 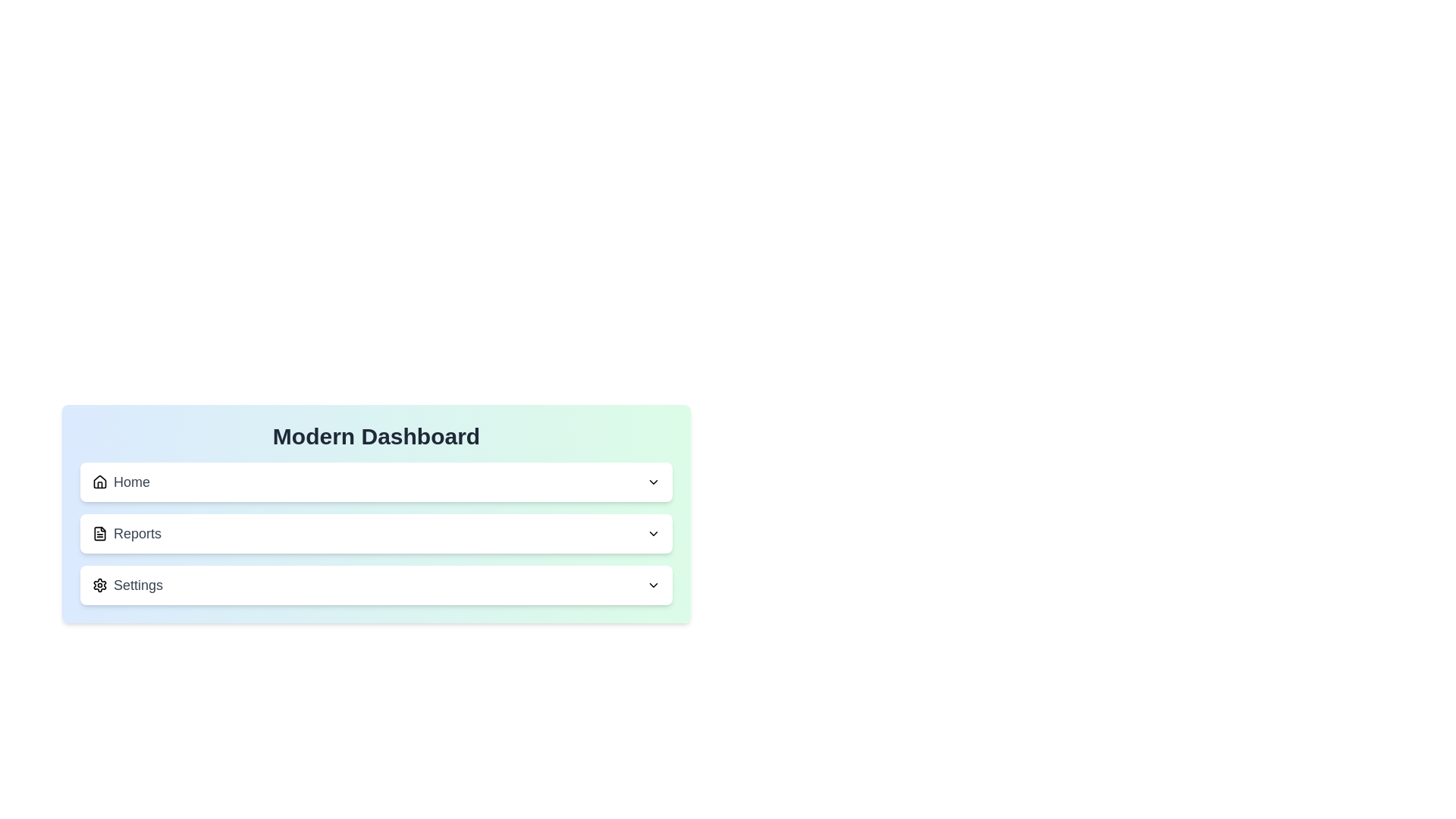 What do you see at coordinates (376, 584) in the screenshot?
I see `the 'Settings' button at the bottom of the card interface to trigger tooltip or highlight effects` at bounding box center [376, 584].